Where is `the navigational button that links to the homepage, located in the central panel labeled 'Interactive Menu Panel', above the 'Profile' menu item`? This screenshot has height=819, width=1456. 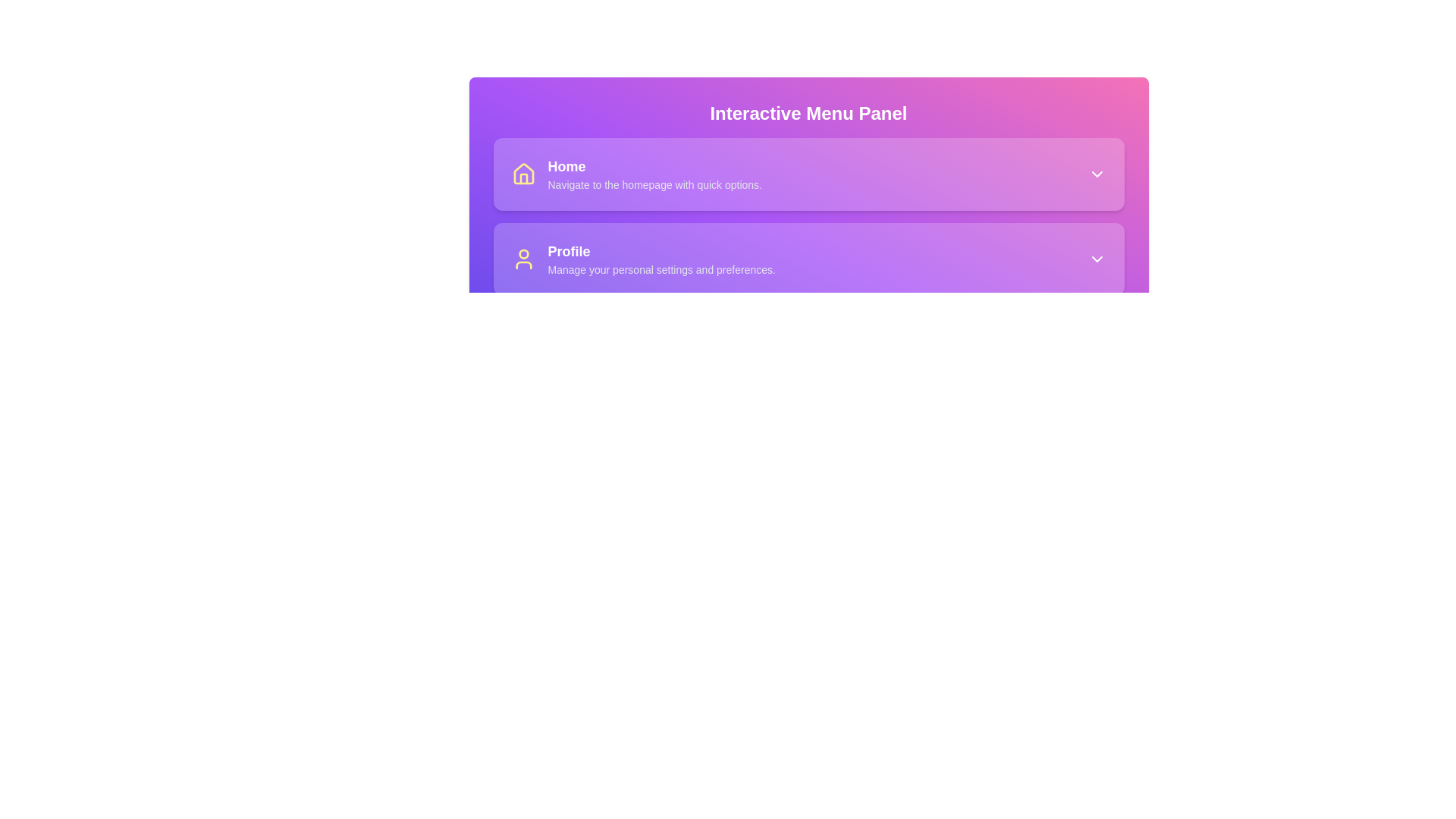 the navigational button that links to the homepage, located in the central panel labeled 'Interactive Menu Panel', above the 'Profile' menu item is located at coordinates (808, 174).